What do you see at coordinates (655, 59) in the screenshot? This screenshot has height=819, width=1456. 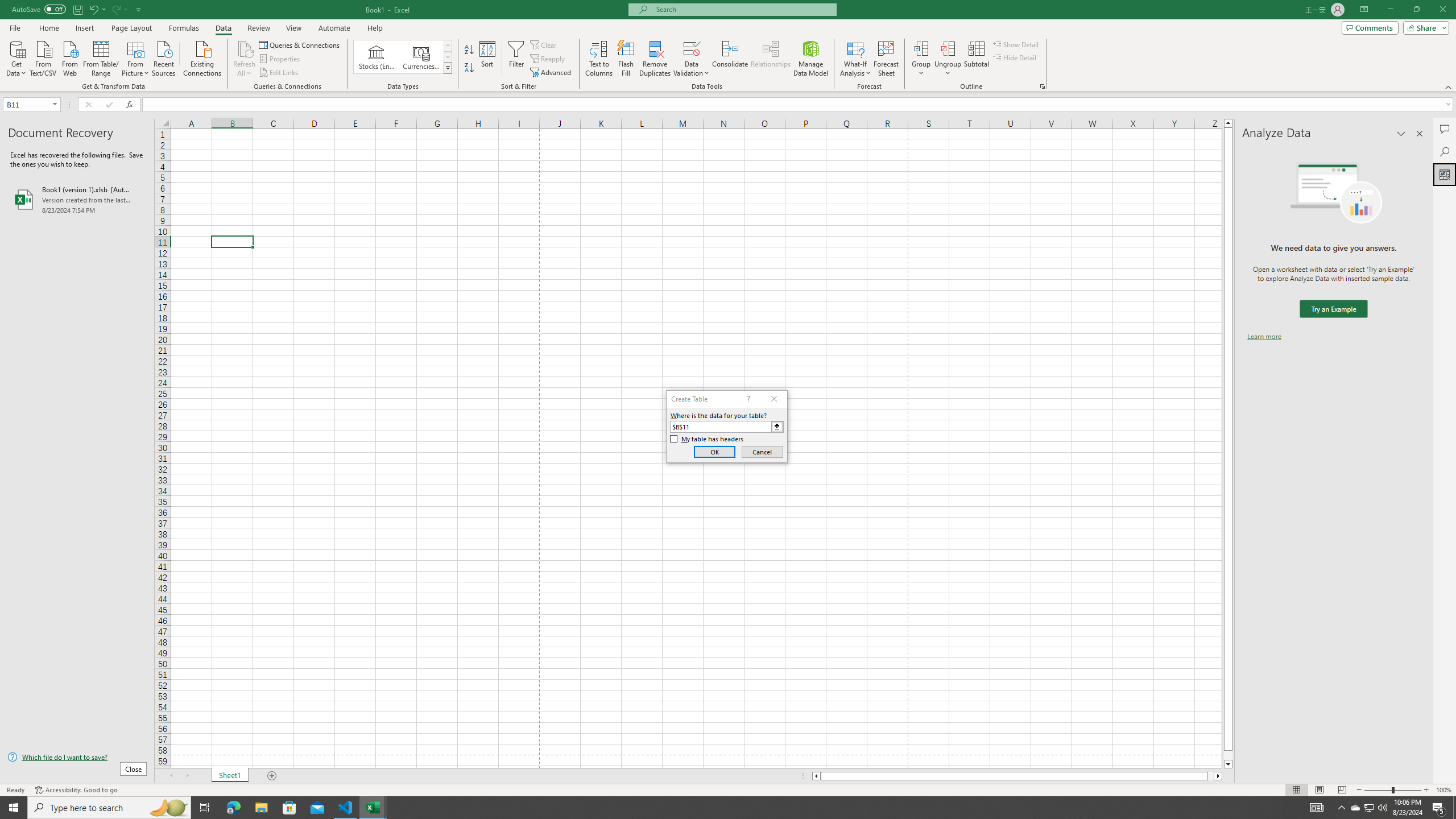 I see `'Remove Duplicates'` at bounding box center [655, 59].